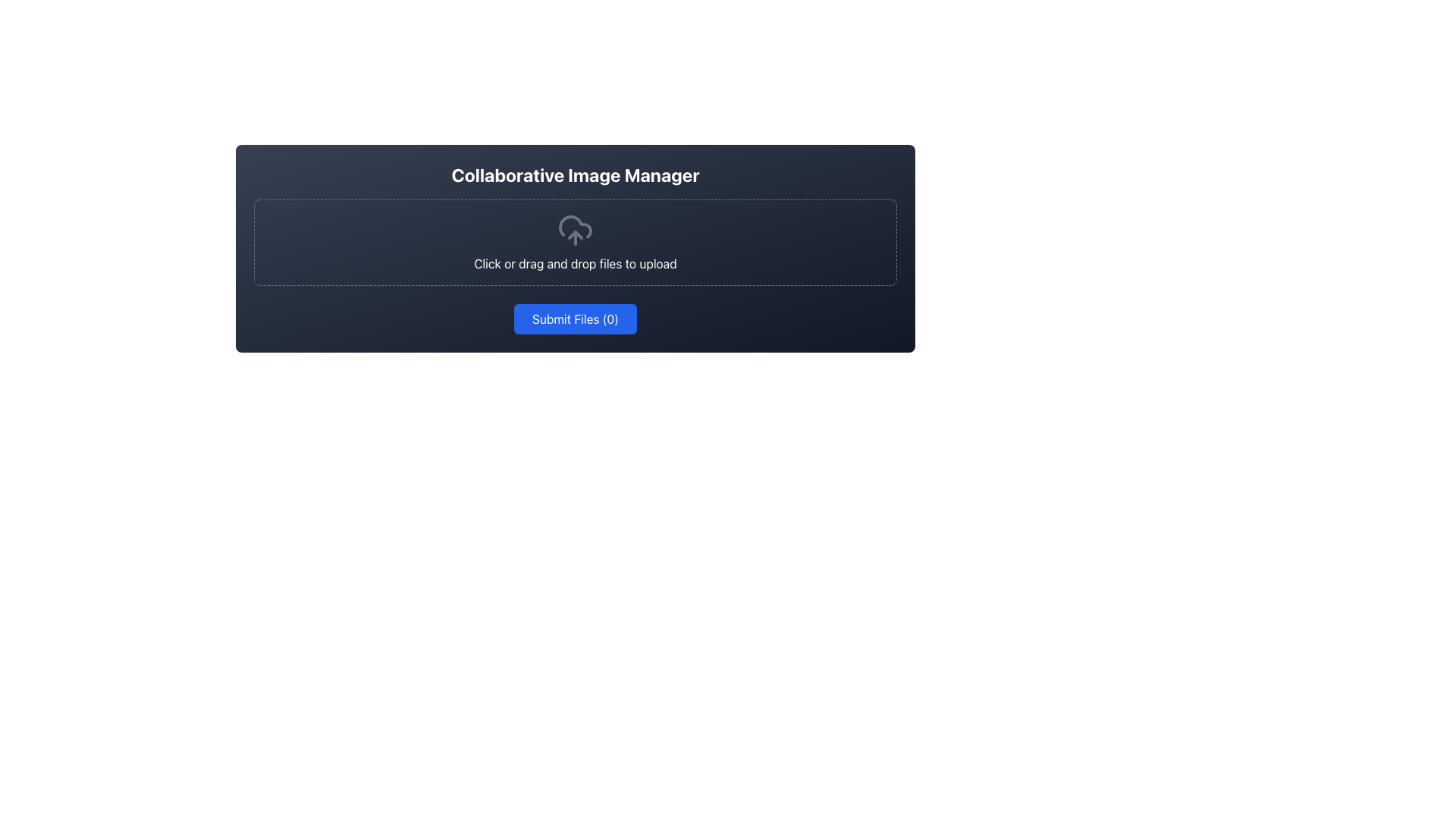 The image size is (1456, 819). What do you see at coordinates (574, 262) in the screenshot?
I see `the informational text label that indicates interaction possibilities for the file upload section, which is located beneath the cloud upload icon and above the 'Submit Files (0)' button` at bounding box center [574, 262].